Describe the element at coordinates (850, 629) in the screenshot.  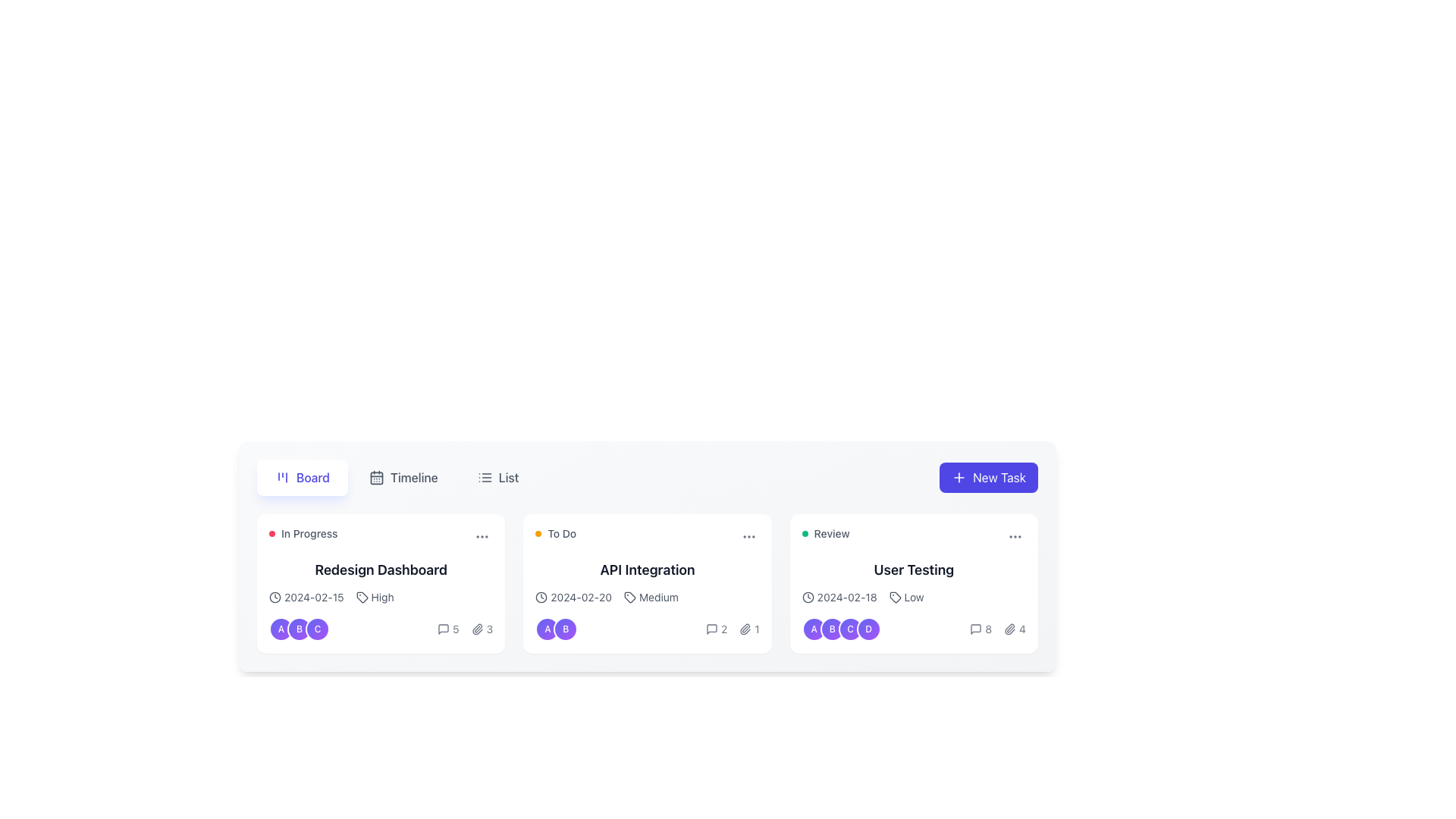
I see `the third circular badge with a gradient background and the letter 'C' in white, located at the bottom of the 'User Testing' card in the 'Review' section` at that location.